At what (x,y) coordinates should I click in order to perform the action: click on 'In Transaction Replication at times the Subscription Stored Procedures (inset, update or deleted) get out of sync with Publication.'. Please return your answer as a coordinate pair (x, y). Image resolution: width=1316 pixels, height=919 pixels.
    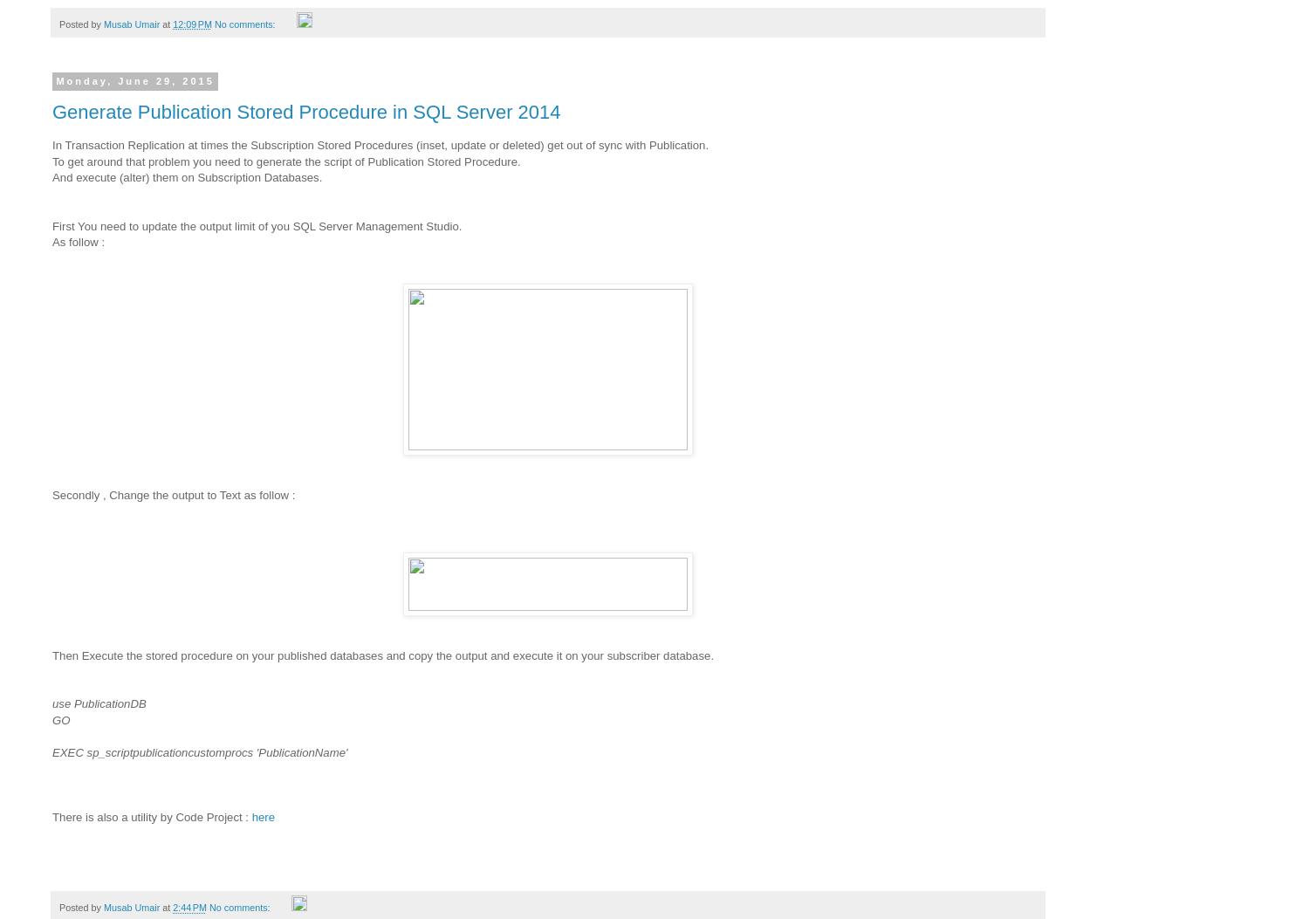
    Looking at the image, I should click on (381, 144).